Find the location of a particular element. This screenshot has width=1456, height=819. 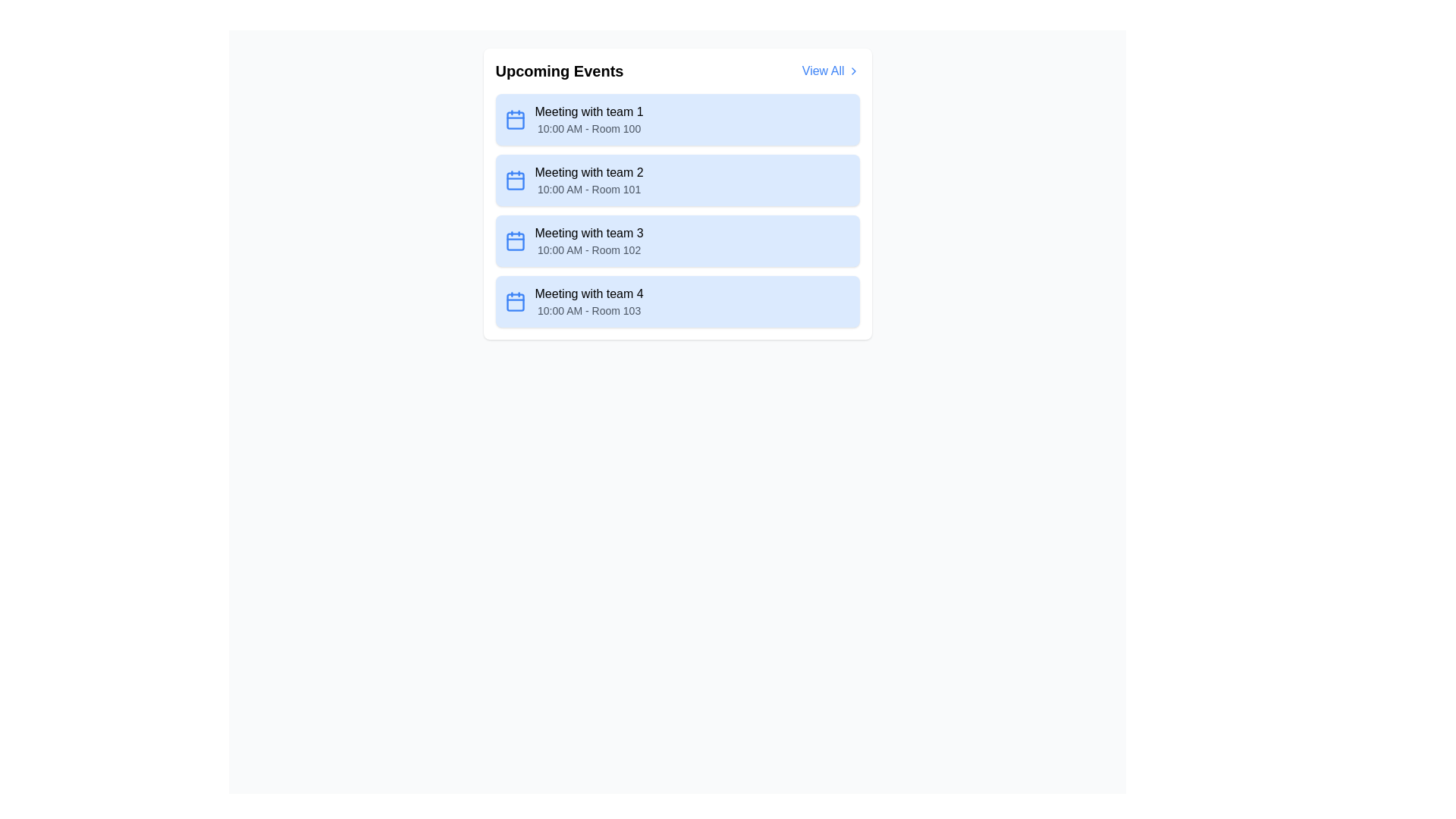

the 'View All' interactive link/button, which is styled in blue text and located on the far right of the header section for 'Upcoming Events' is located at coordinates (830, 71).